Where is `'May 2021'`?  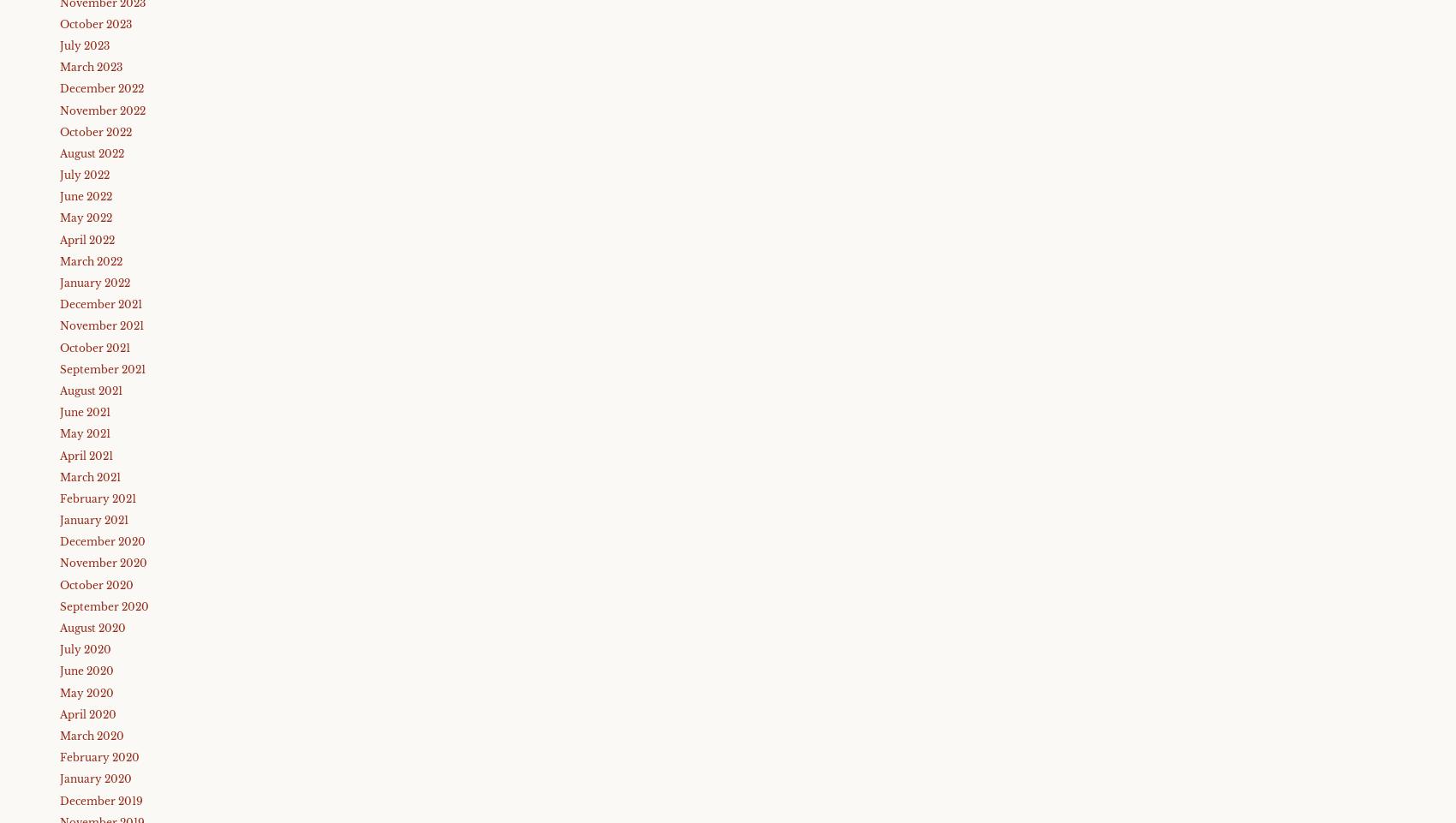
'May 2021' is located at coordinates (85, 433).